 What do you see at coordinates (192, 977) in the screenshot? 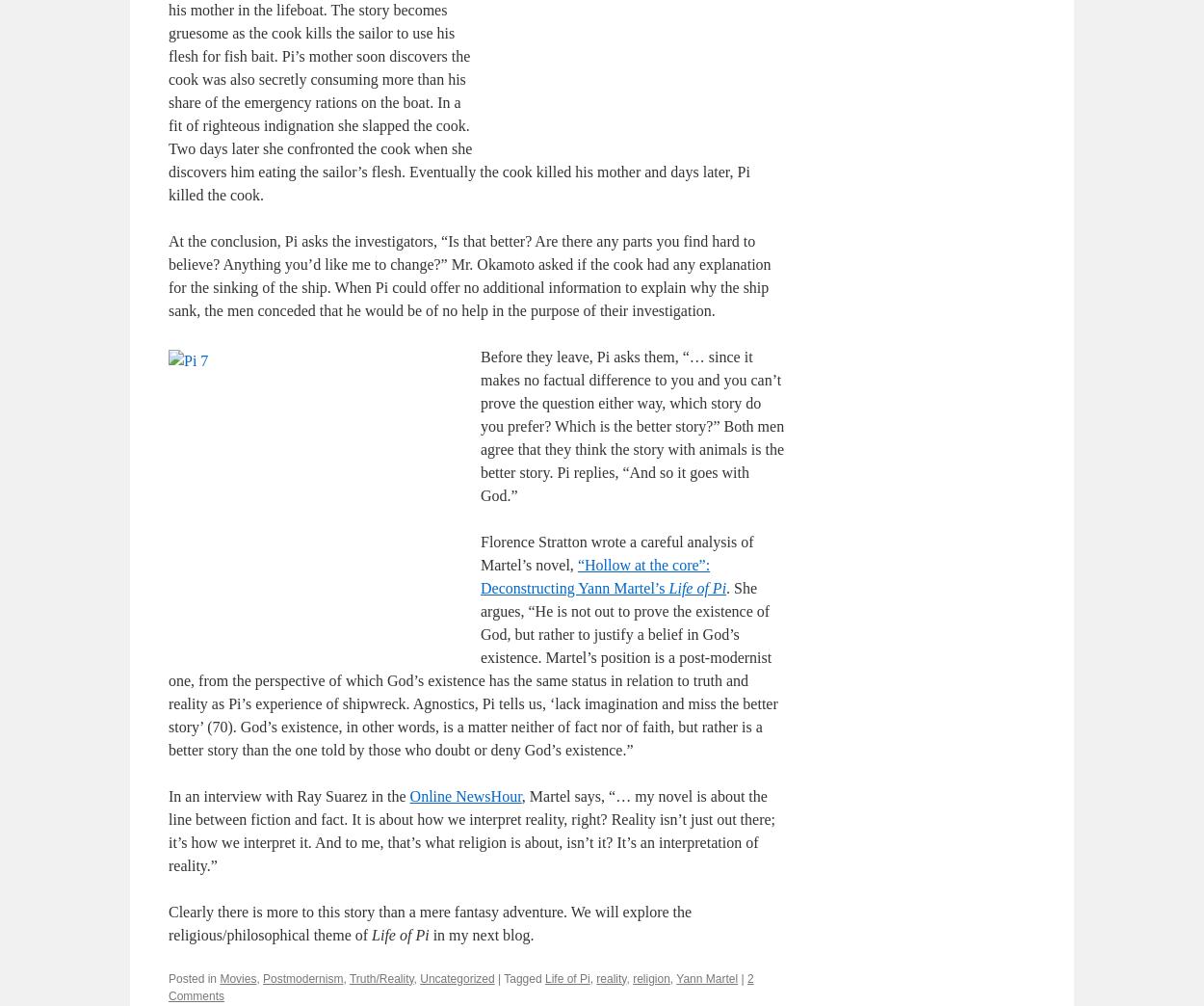
I see `'Posted in'` at bounding box center [192, 977].